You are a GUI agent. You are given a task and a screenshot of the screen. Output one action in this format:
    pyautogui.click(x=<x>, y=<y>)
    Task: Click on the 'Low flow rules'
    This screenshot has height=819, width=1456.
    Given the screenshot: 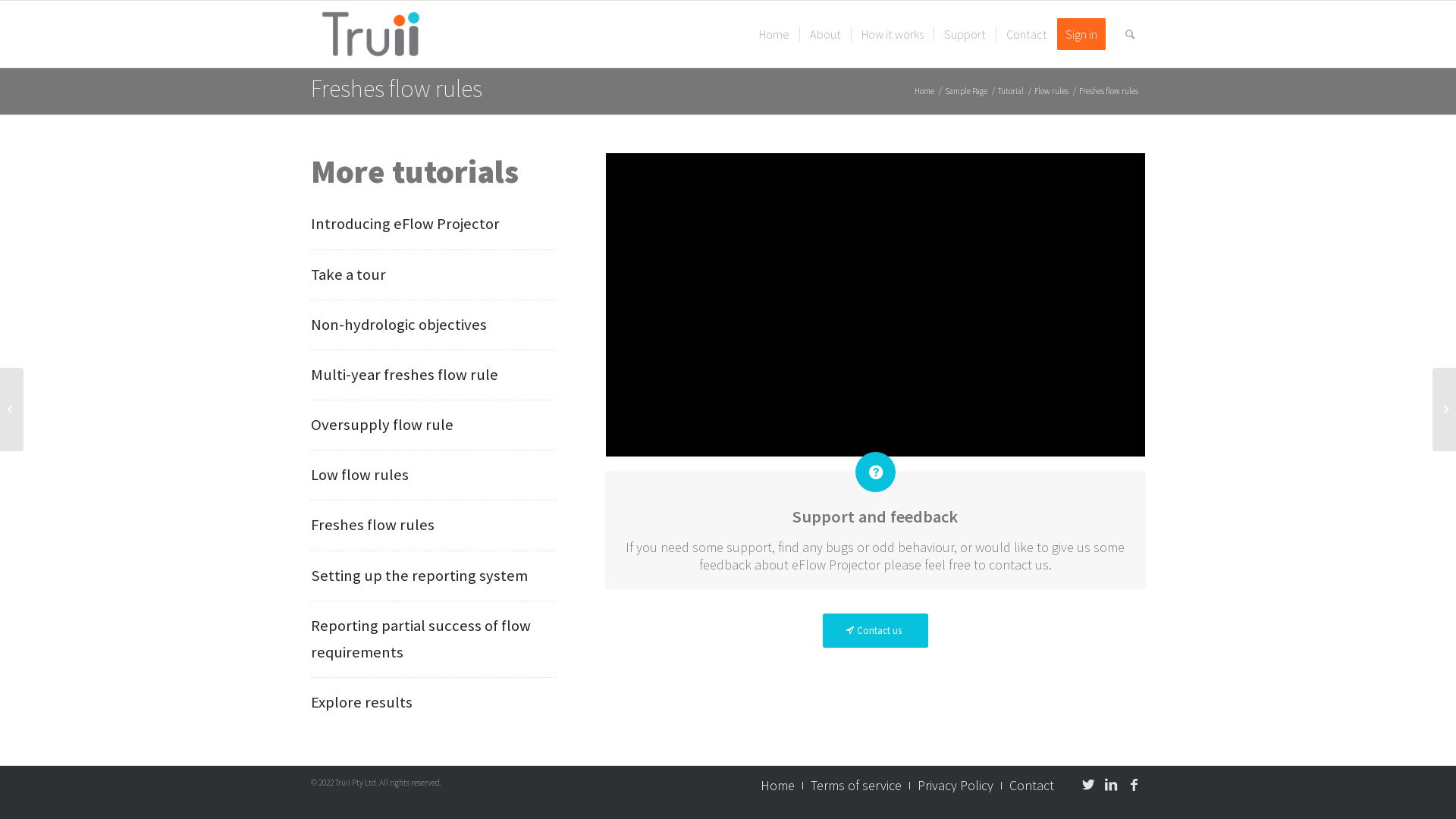 What is the action you would take?
    pyautogui.click(x=359, y=473)
    